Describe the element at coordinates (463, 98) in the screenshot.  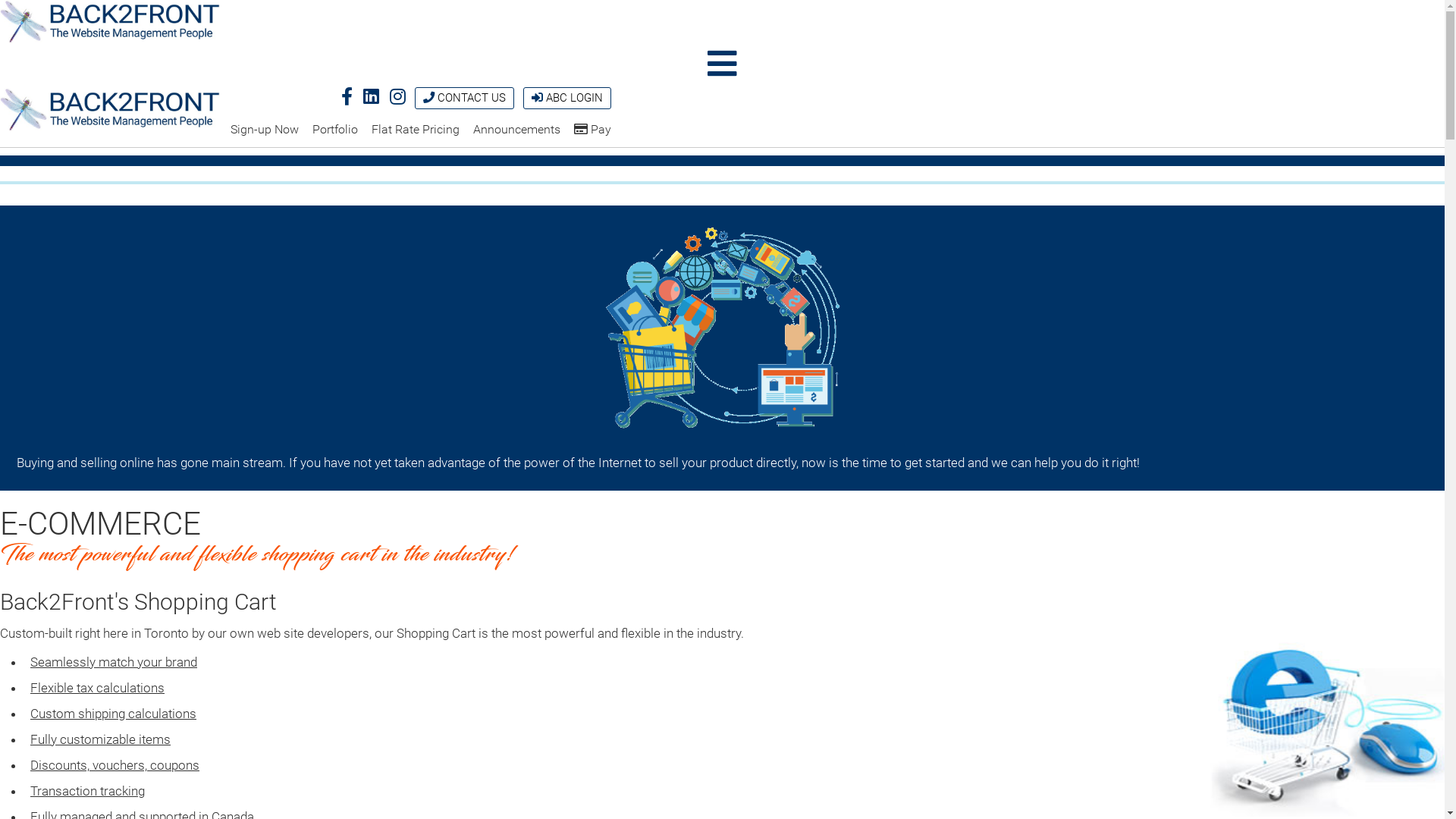
I see `'CONTACT US'` at that location.